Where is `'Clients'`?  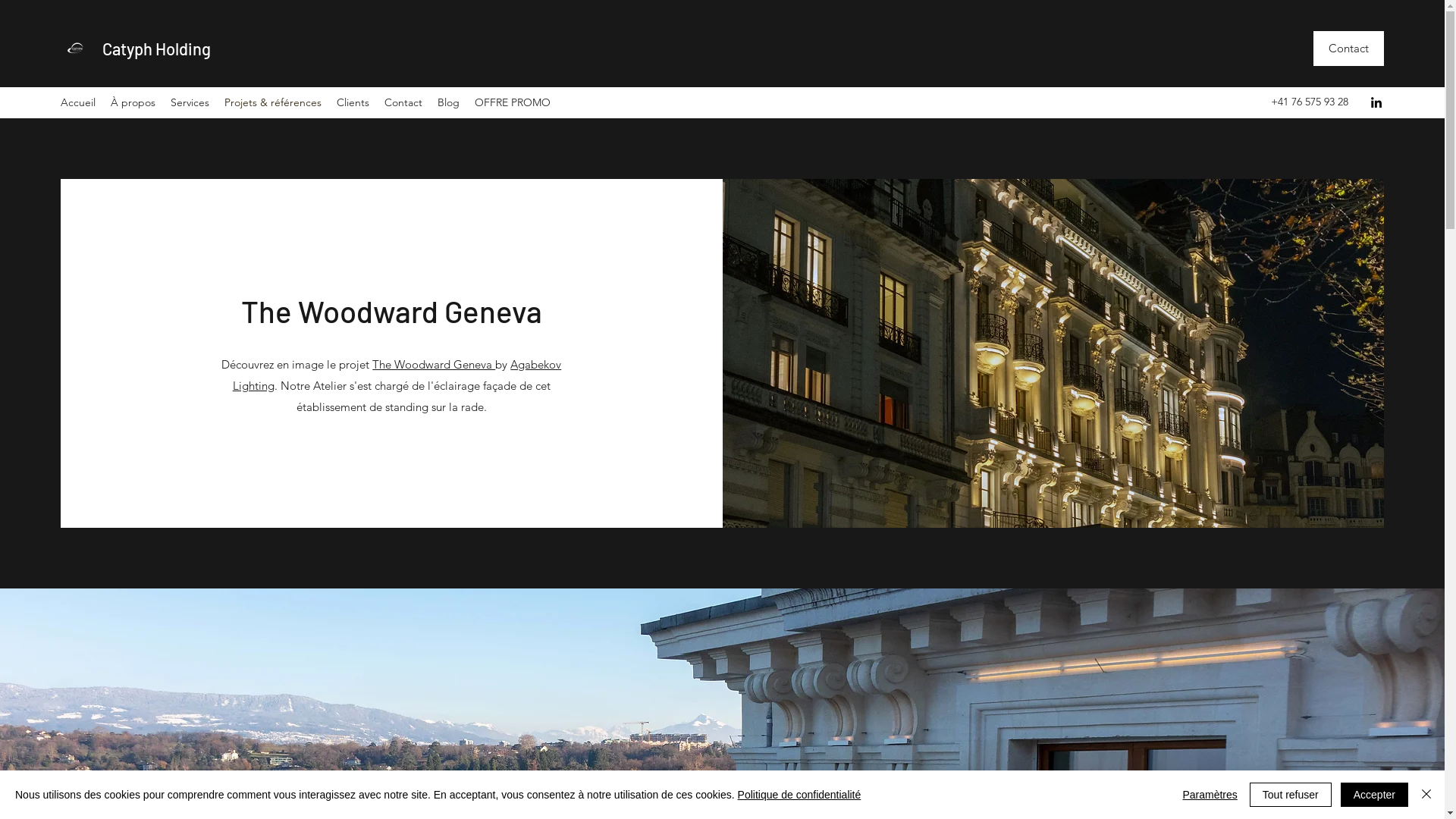
'Clients' is located at coordinates (352, 102).